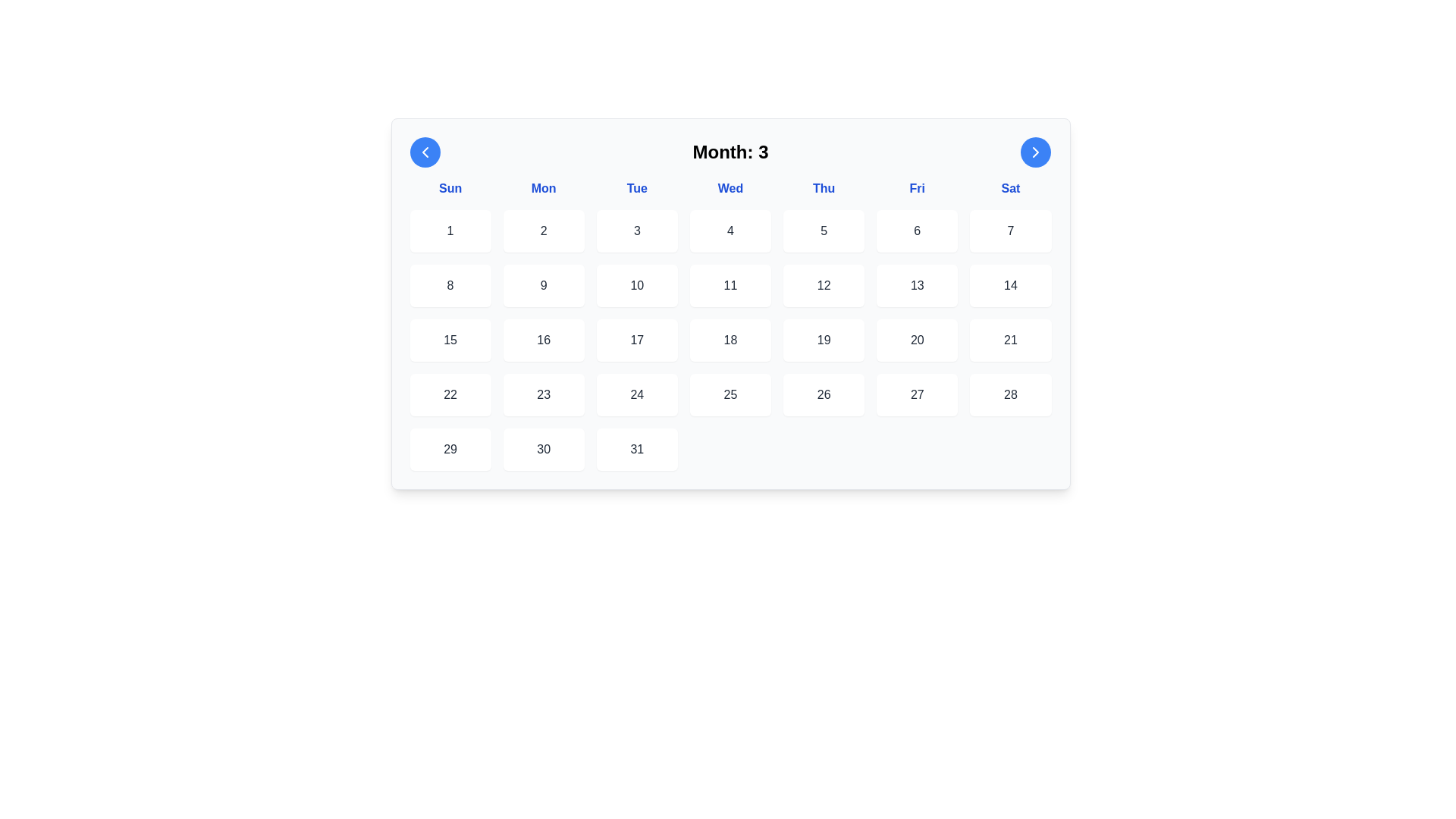 The width and height of the screenshot is (1456, 819). What do you see at coordinates (1035, 152) in the screenshot?
I see `the forward navigation icon located in the top-right corner of the calendar interface` at bounding box center [1035, 152].